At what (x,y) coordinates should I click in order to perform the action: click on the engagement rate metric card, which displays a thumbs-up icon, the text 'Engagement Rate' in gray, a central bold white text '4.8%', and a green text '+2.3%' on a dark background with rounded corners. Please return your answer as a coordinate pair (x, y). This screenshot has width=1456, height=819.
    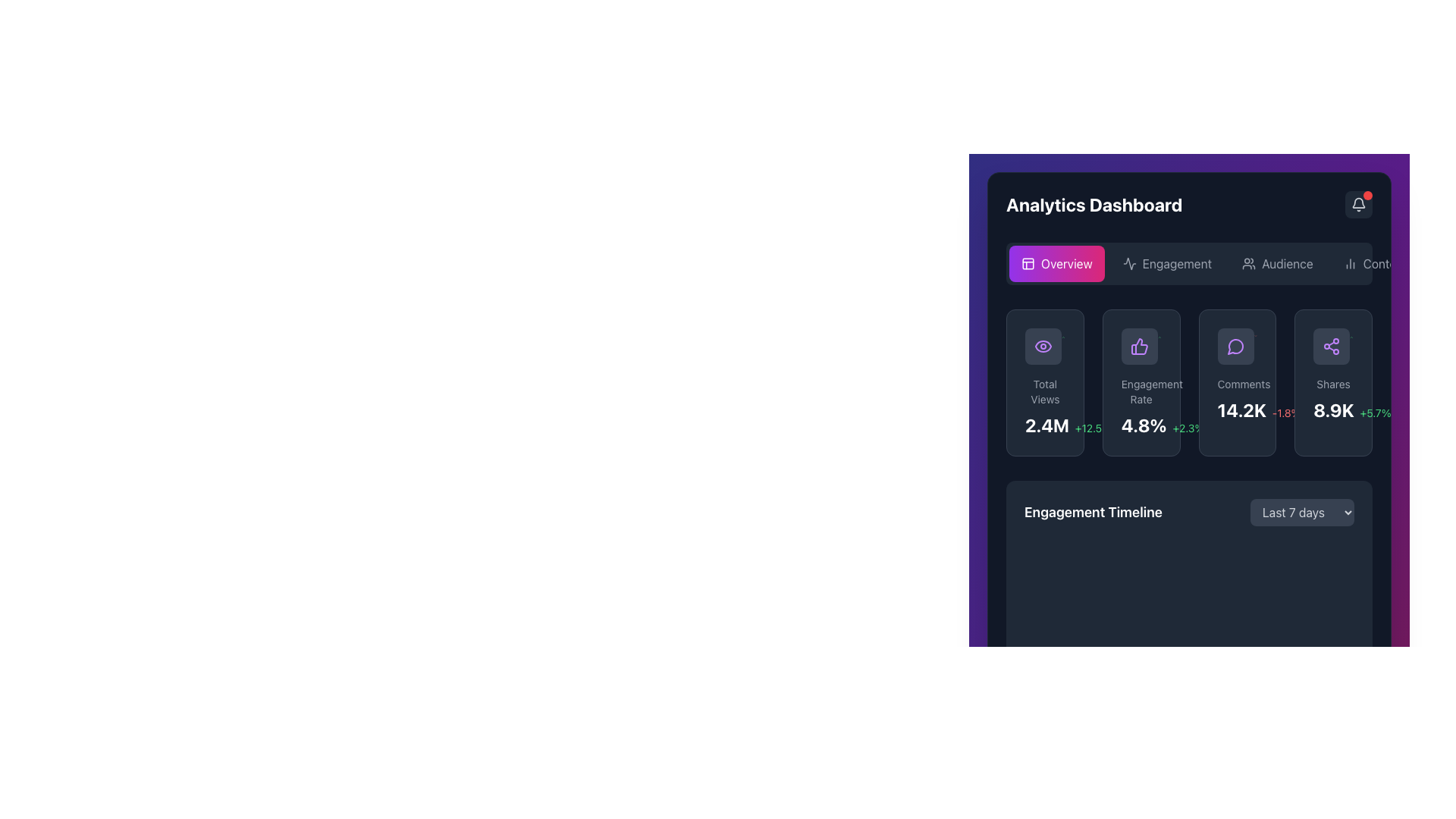
    Looking at the image, I should click on (1188, 382).